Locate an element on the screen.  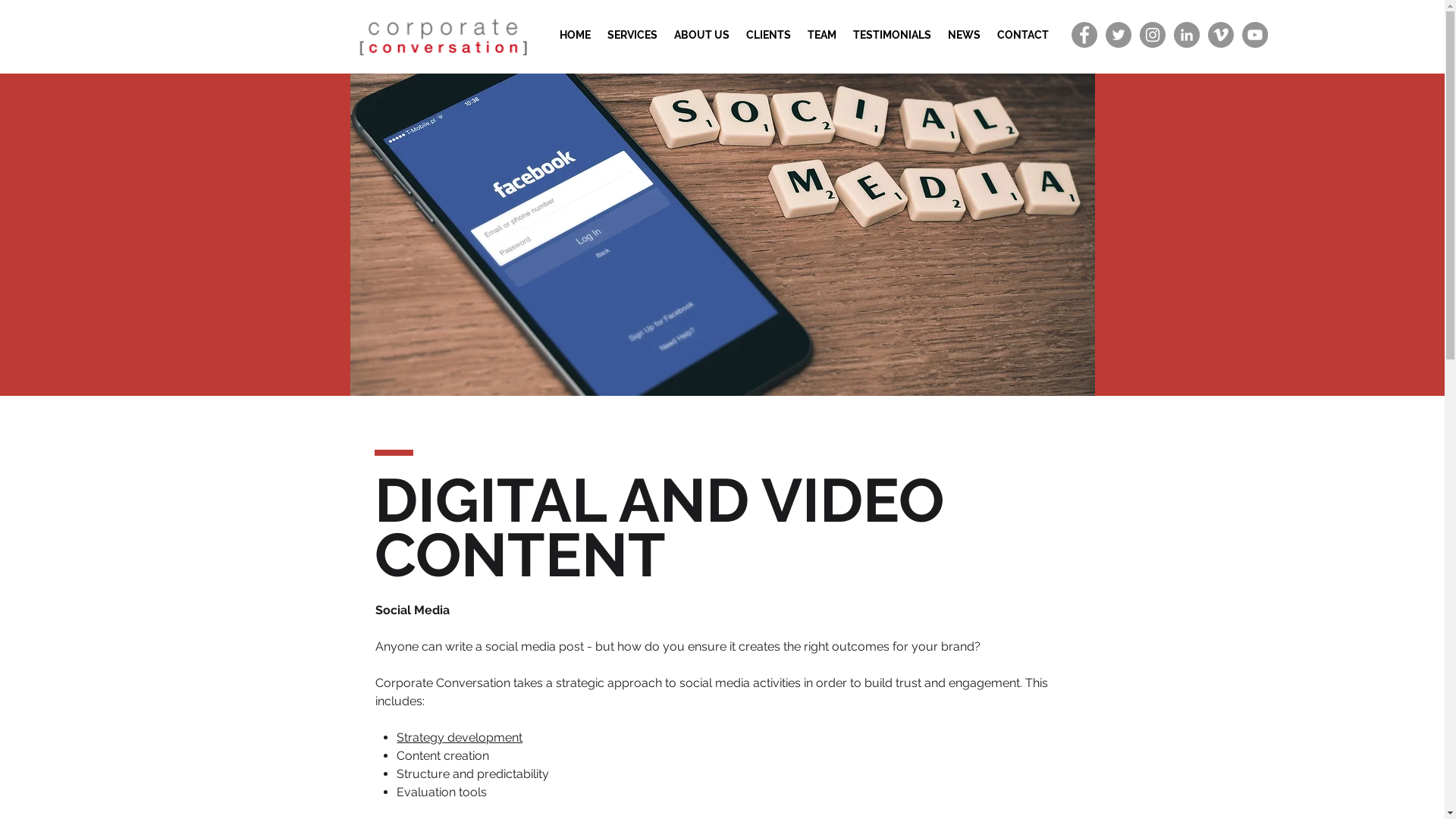
'CLIENTS' is located at coordinates (767, 34).